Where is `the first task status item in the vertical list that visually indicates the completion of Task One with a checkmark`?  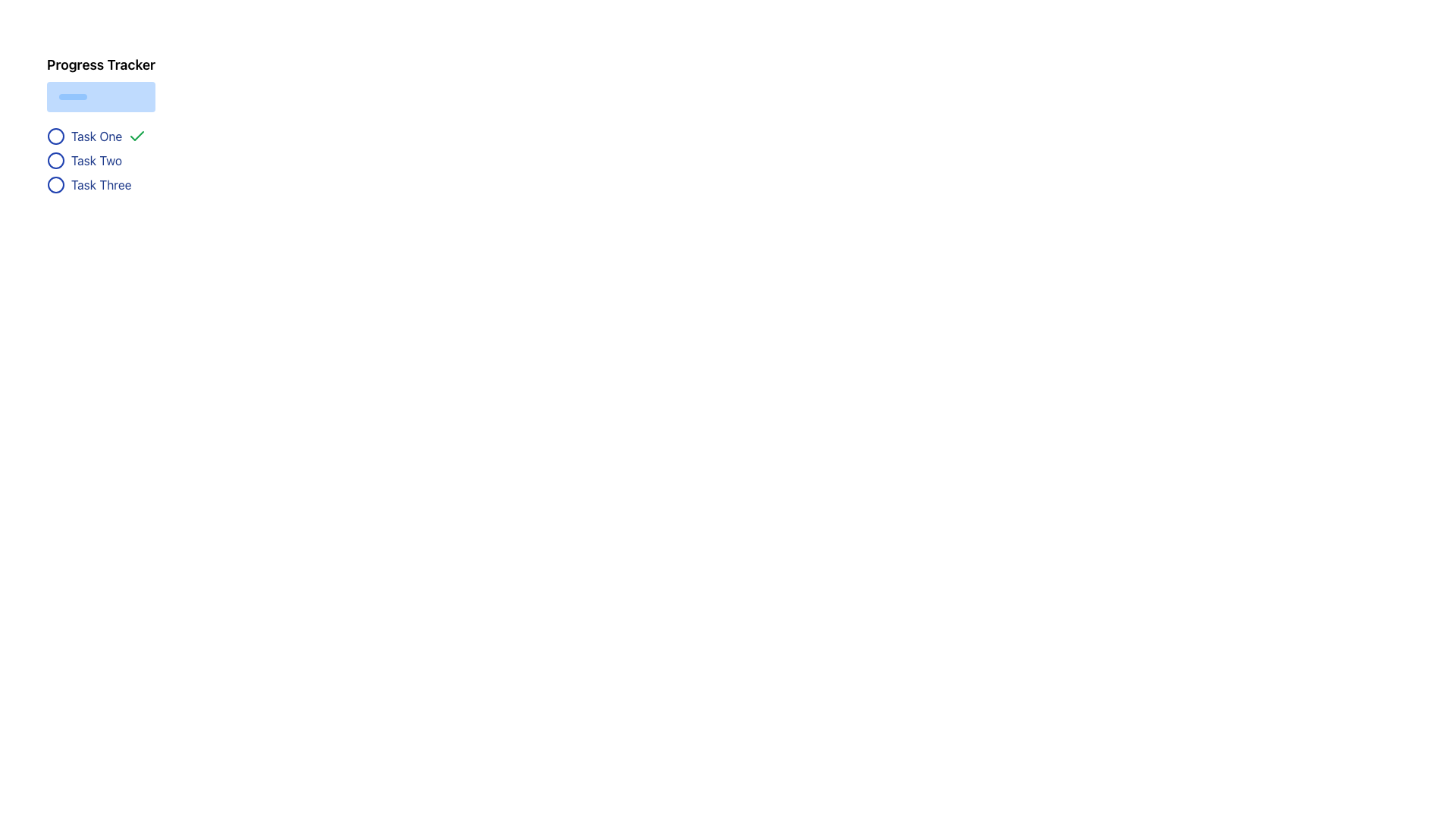
the first task status item in the vertical list that visually indicates the completion of Task One with a checkmark is located at coordinates (100, 136).